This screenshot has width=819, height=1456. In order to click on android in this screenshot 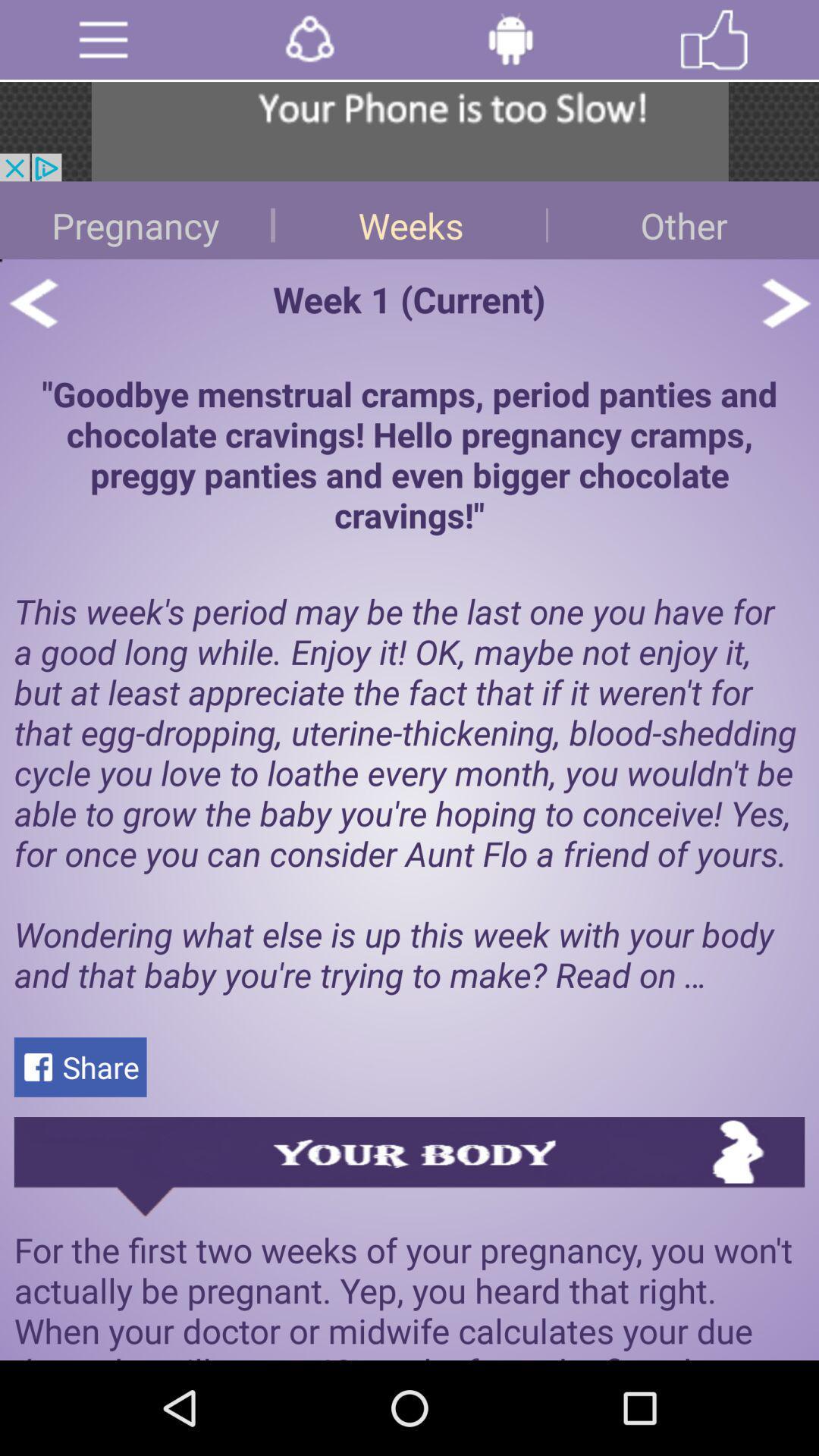, I will do `click(510, 39)`.